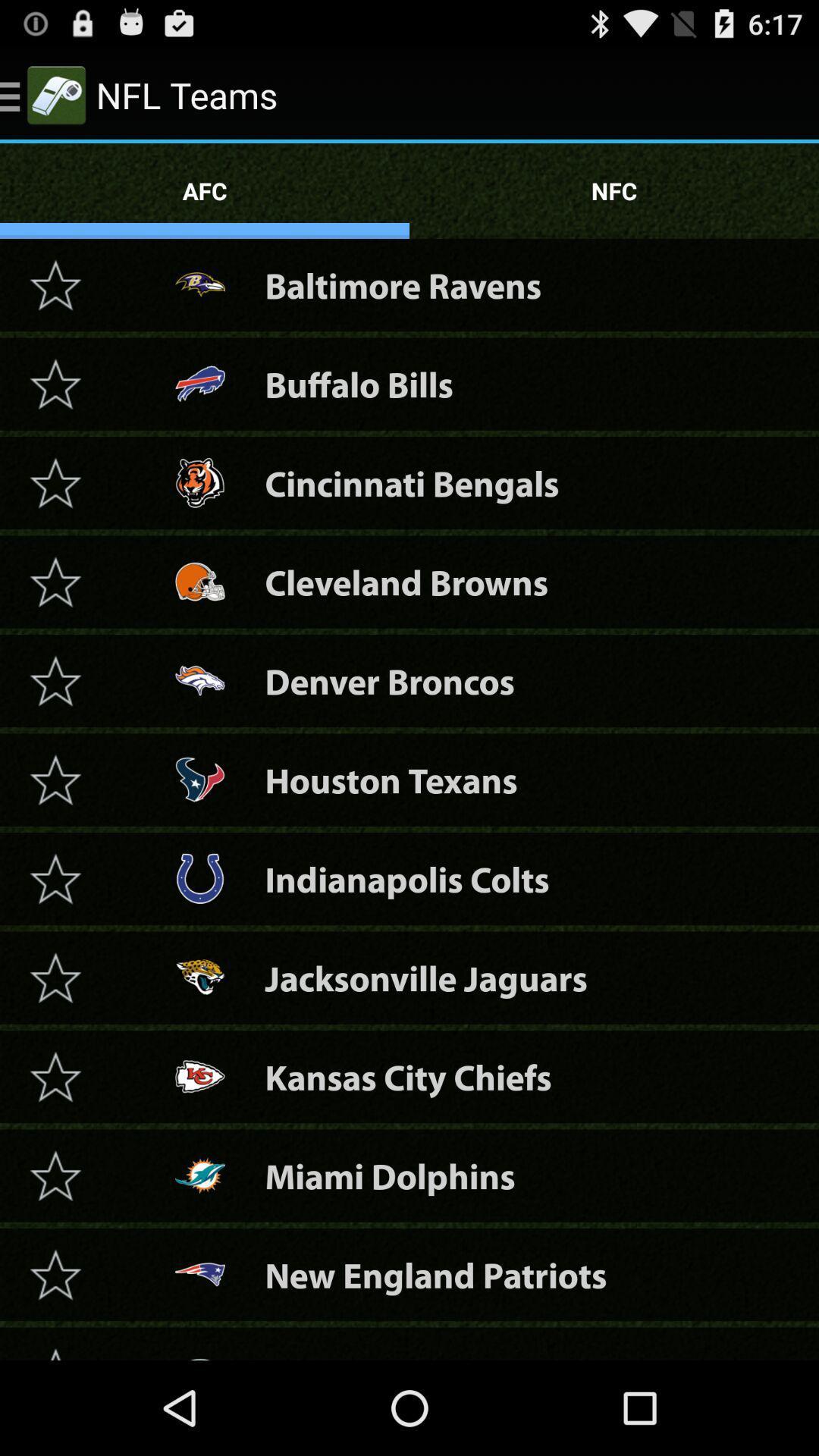  Describe the element at coordinates (55, 581) in the screenshot. I see `team` at that location.